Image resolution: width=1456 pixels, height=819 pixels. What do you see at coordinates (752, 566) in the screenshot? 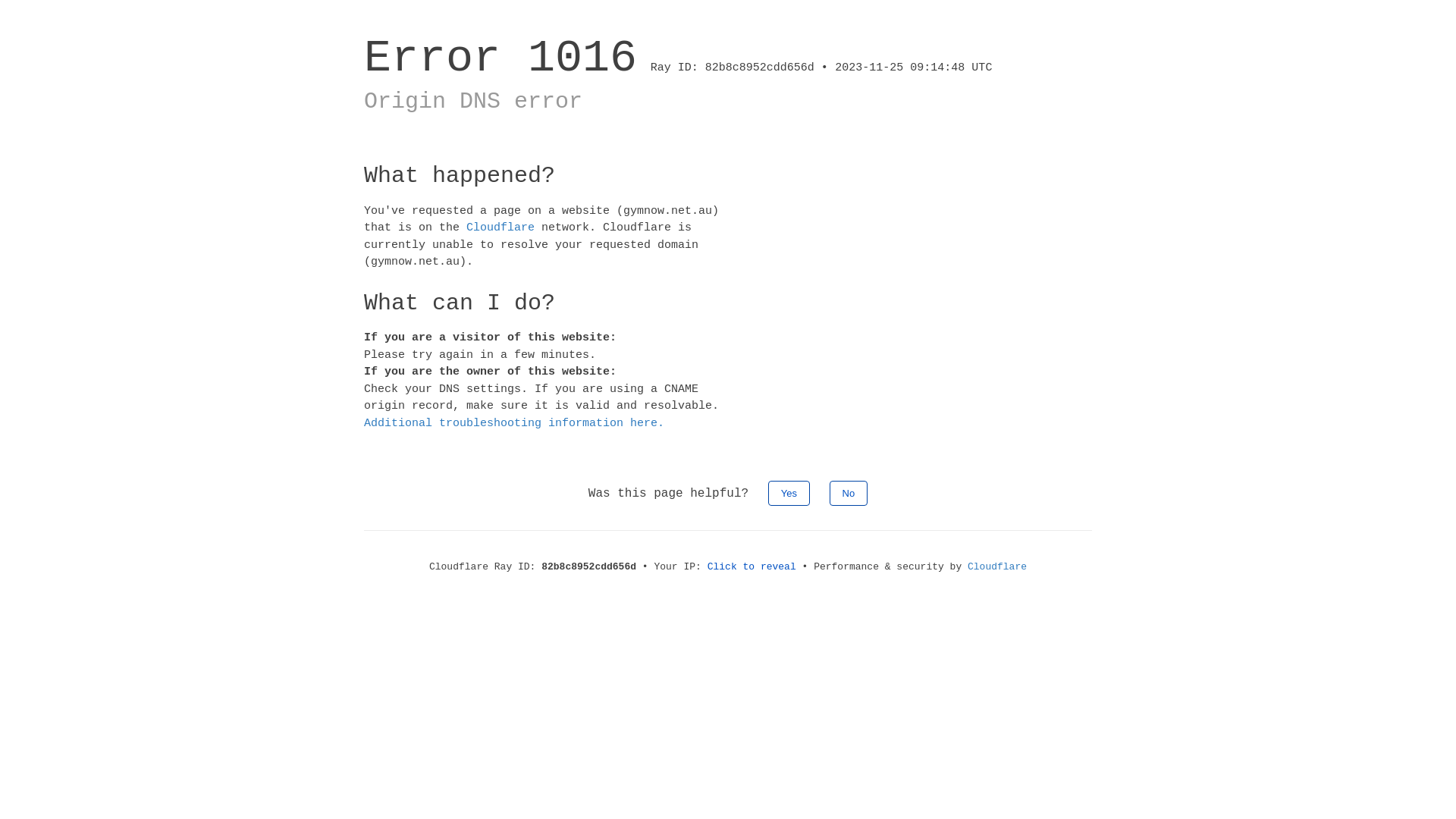
I see `'Click to reveal'` at bounding box center [752, 566].